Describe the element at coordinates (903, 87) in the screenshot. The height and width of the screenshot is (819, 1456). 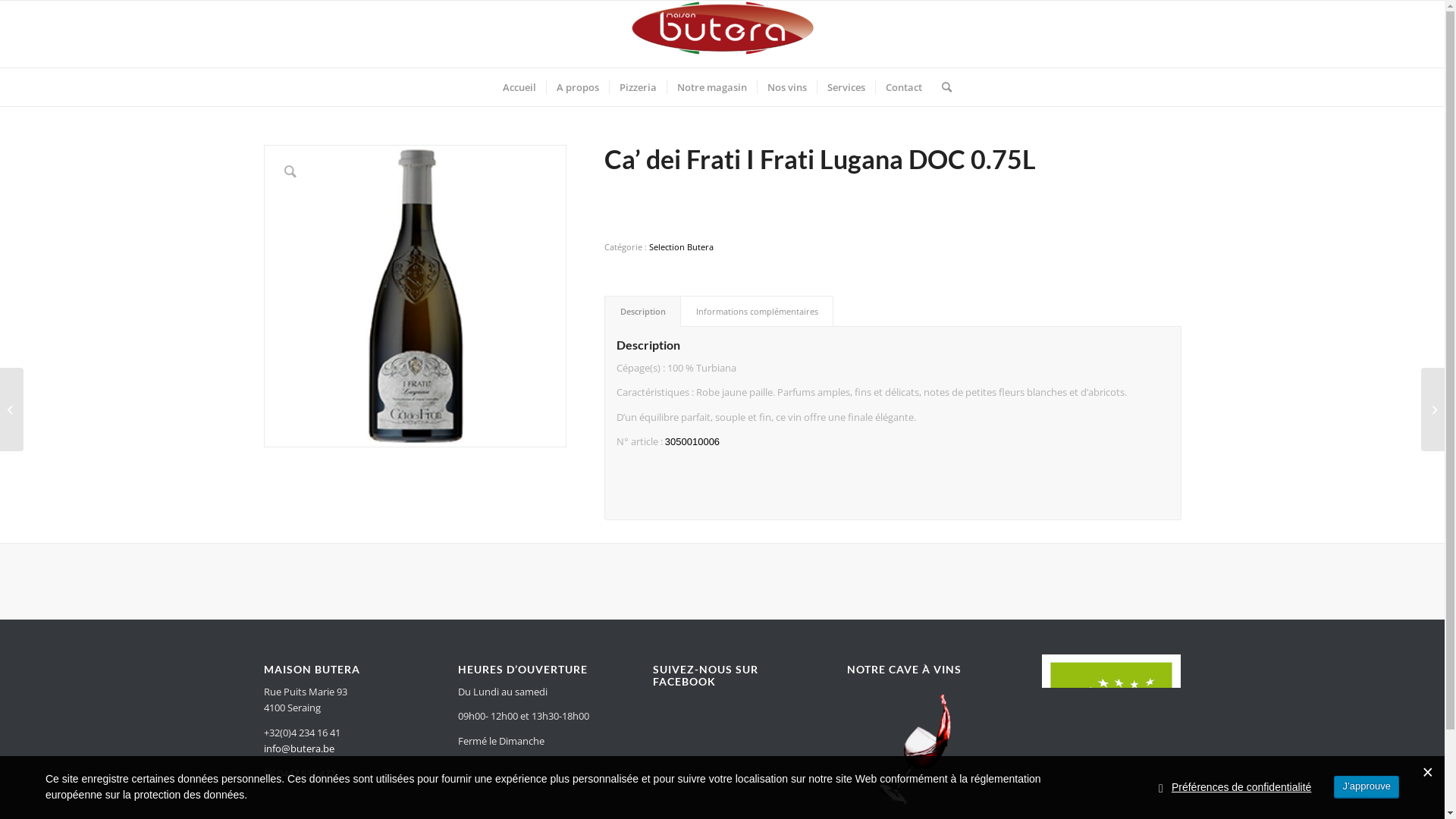
I see `'Contact'` at that location.